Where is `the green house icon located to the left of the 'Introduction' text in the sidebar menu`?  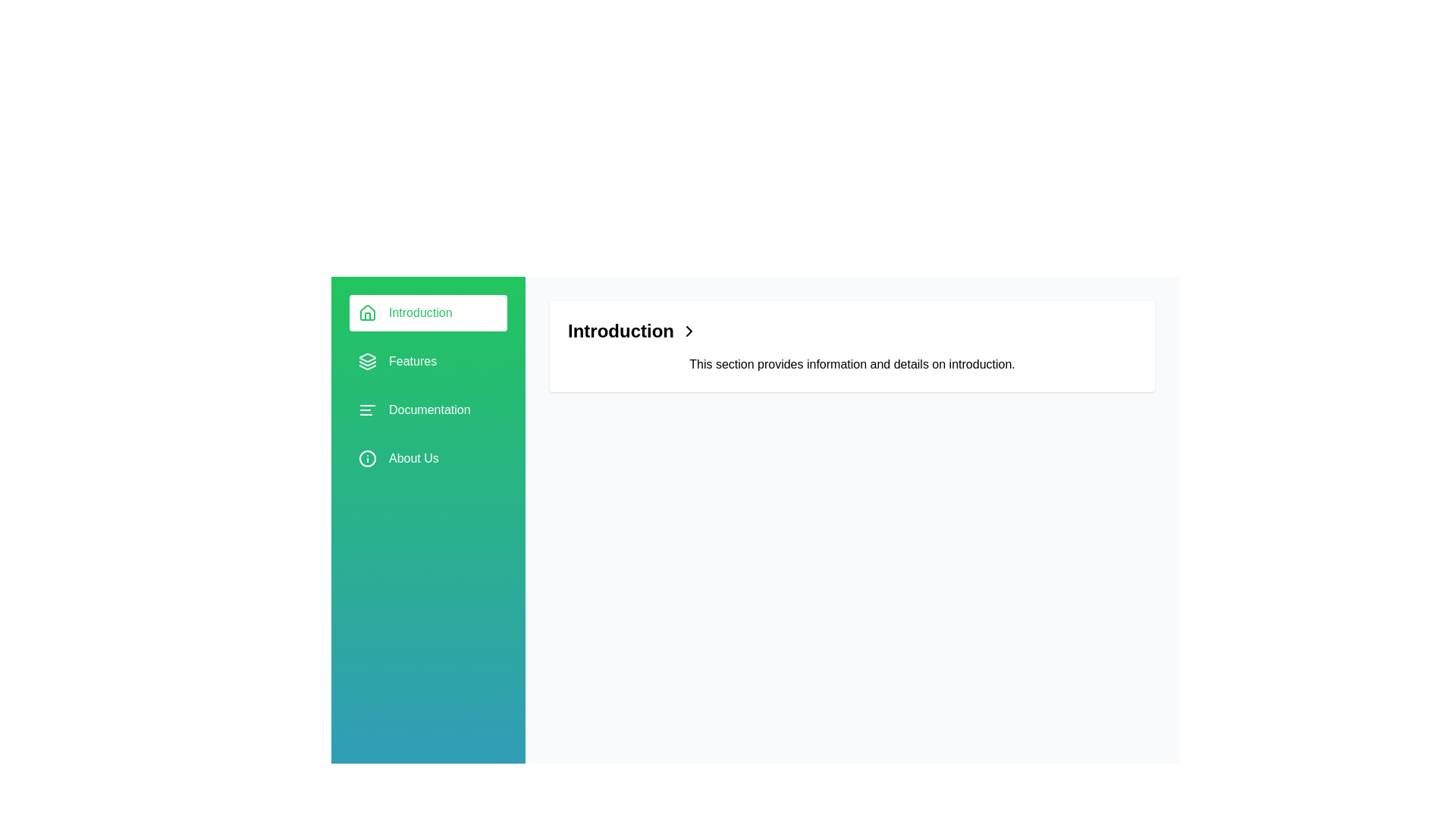
the green house icon located to the left of the 'Introduction' text in the sidebar menu is located at coordinates (367, 312).